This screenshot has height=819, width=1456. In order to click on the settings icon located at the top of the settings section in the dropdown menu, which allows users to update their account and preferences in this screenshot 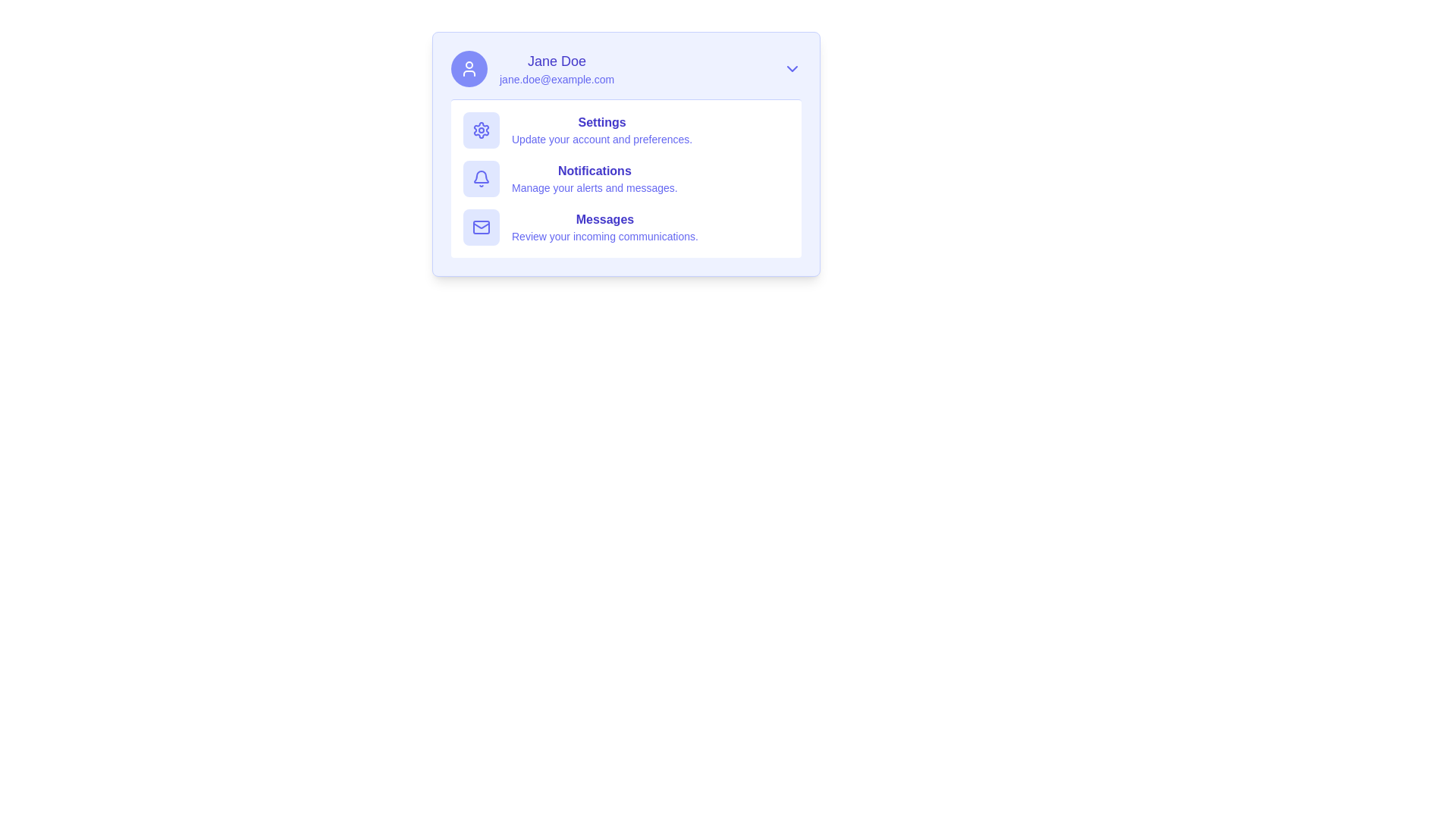, I will do `click(480, 130)`.